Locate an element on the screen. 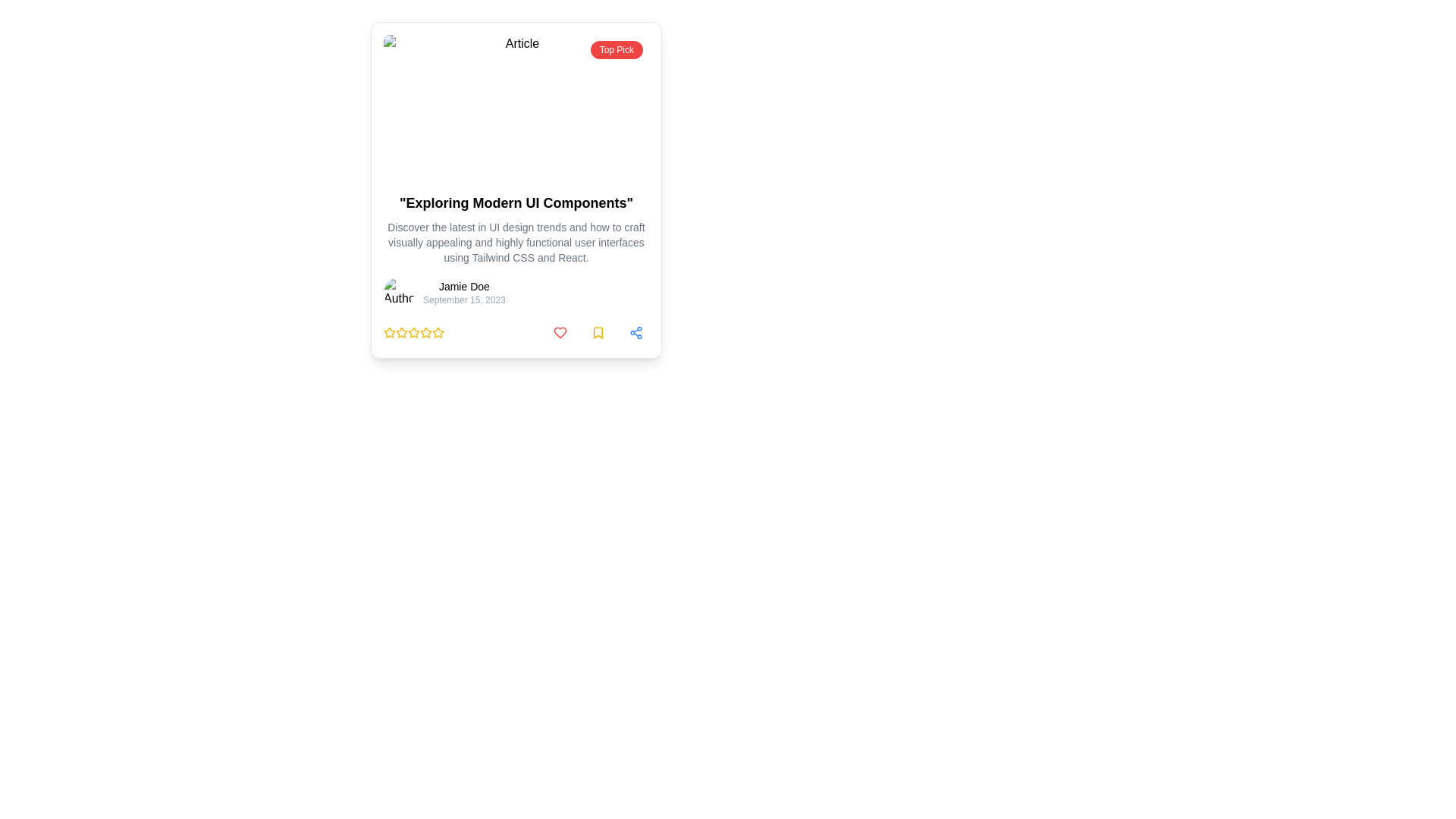  small, gray text block that provides a concise description about UI design trends and tools, located centrally below the bold heading and above the author's information is located at coordinates (516, 242).